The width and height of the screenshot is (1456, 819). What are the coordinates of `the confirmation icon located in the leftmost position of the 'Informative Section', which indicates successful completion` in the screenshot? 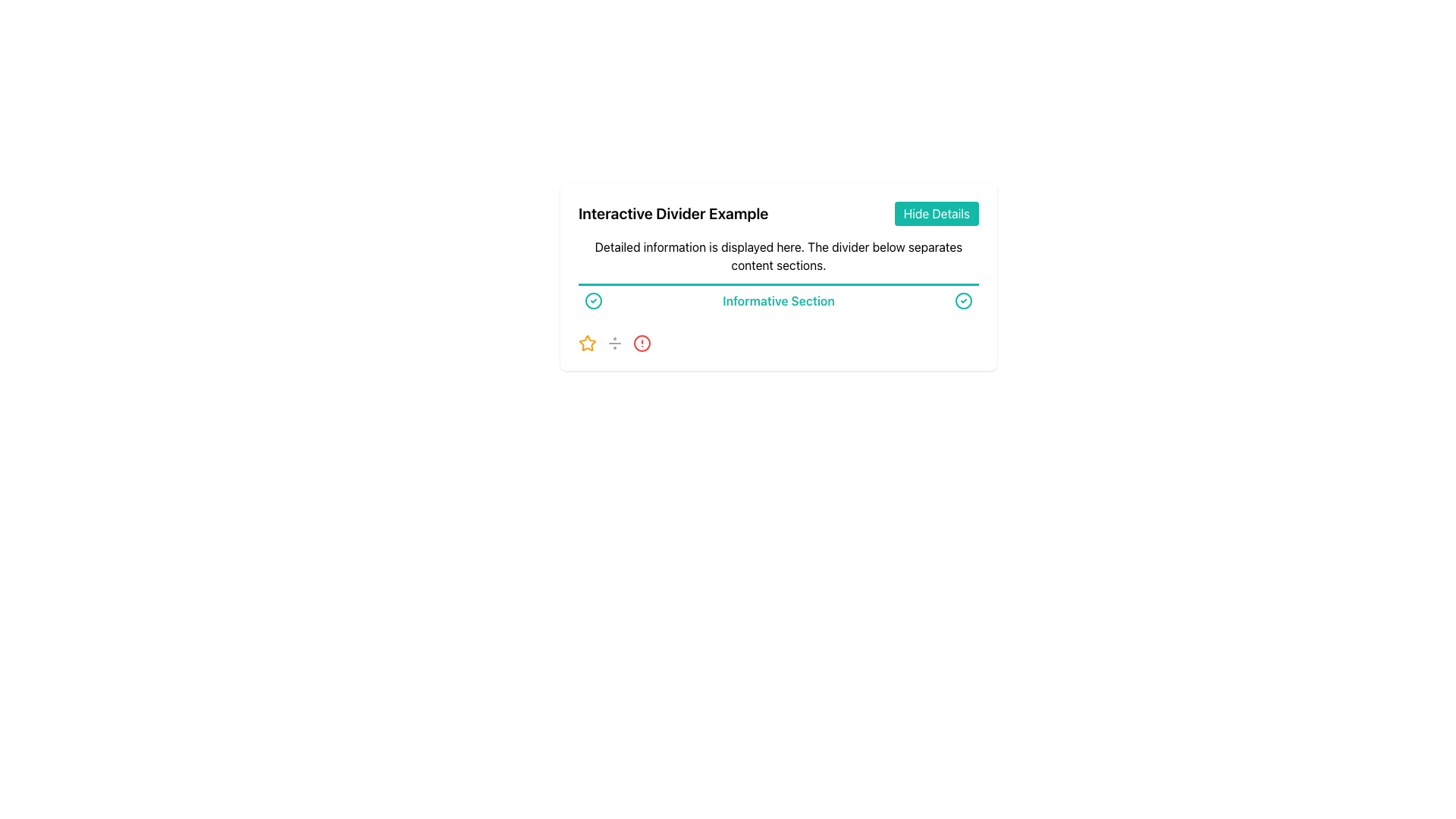 It's located at (592, 301).